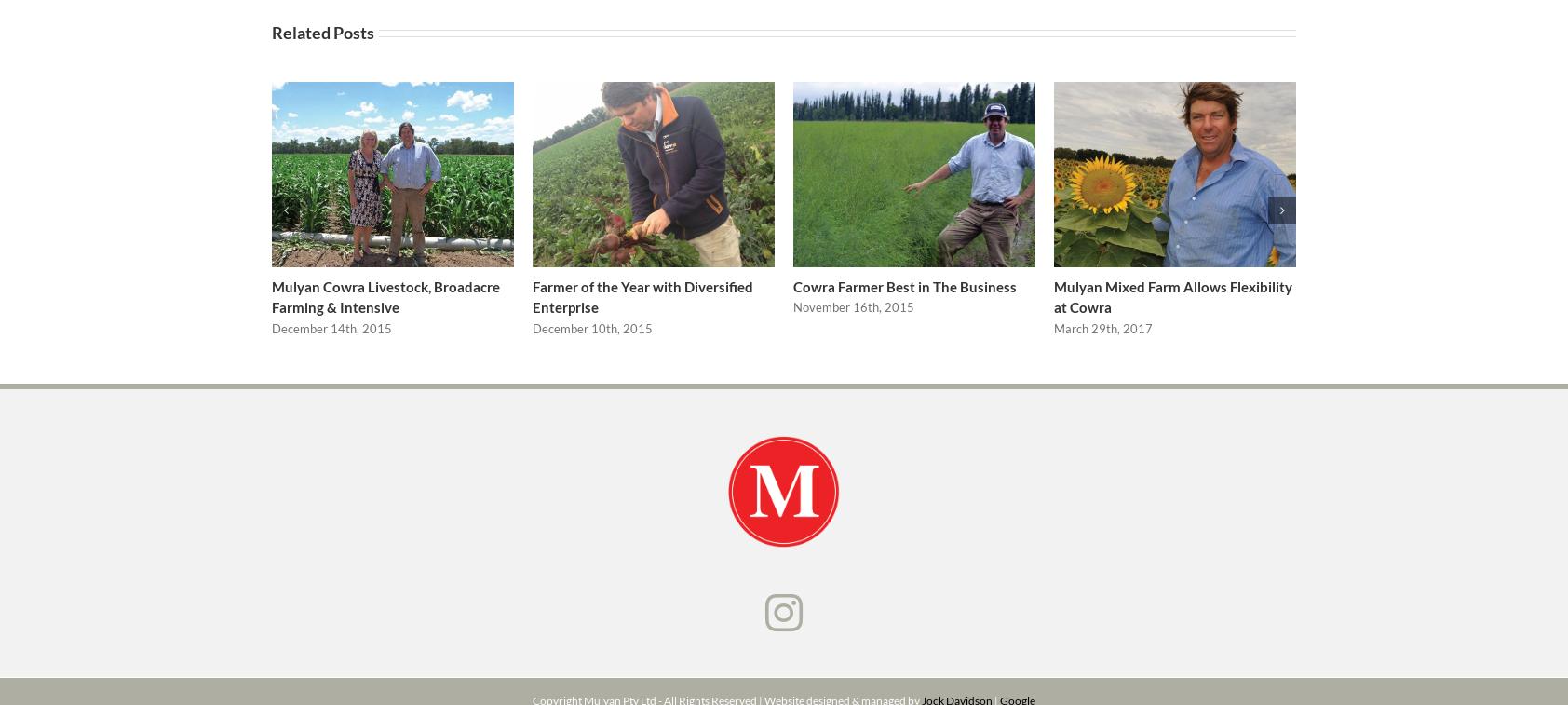 Image resolution: width=1568 pixels, height=705 pixels. Describe the element at coordinates (1172, 304) in the screenshot. I see `'Mulyan Mixed Farm Allows Flexibility at Cowra'` at that location.